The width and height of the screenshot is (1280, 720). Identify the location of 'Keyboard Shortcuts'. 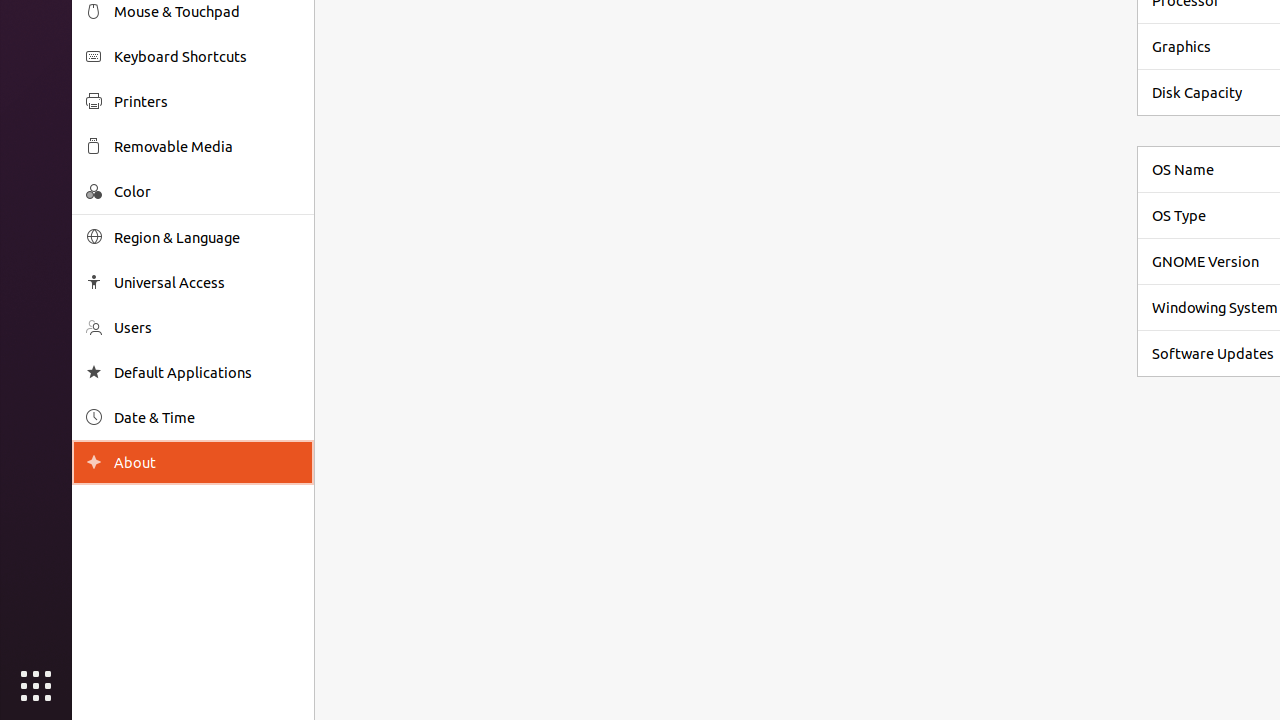
(206, 55).